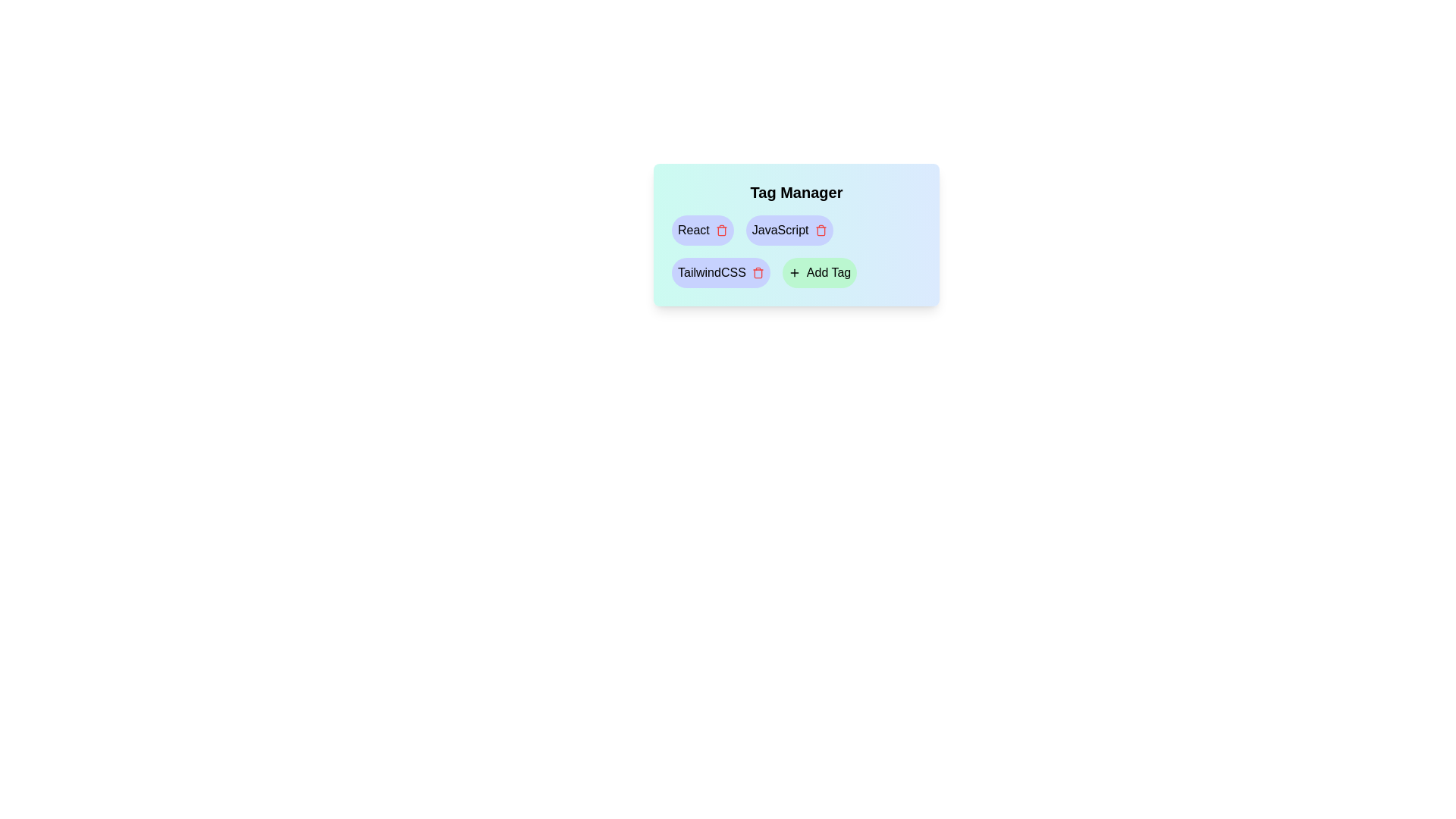  What do you see at coordinates (701, 231) in the screenshot?
I see `the React Tag to observe the hover effect` at bounding box center [701, 231].